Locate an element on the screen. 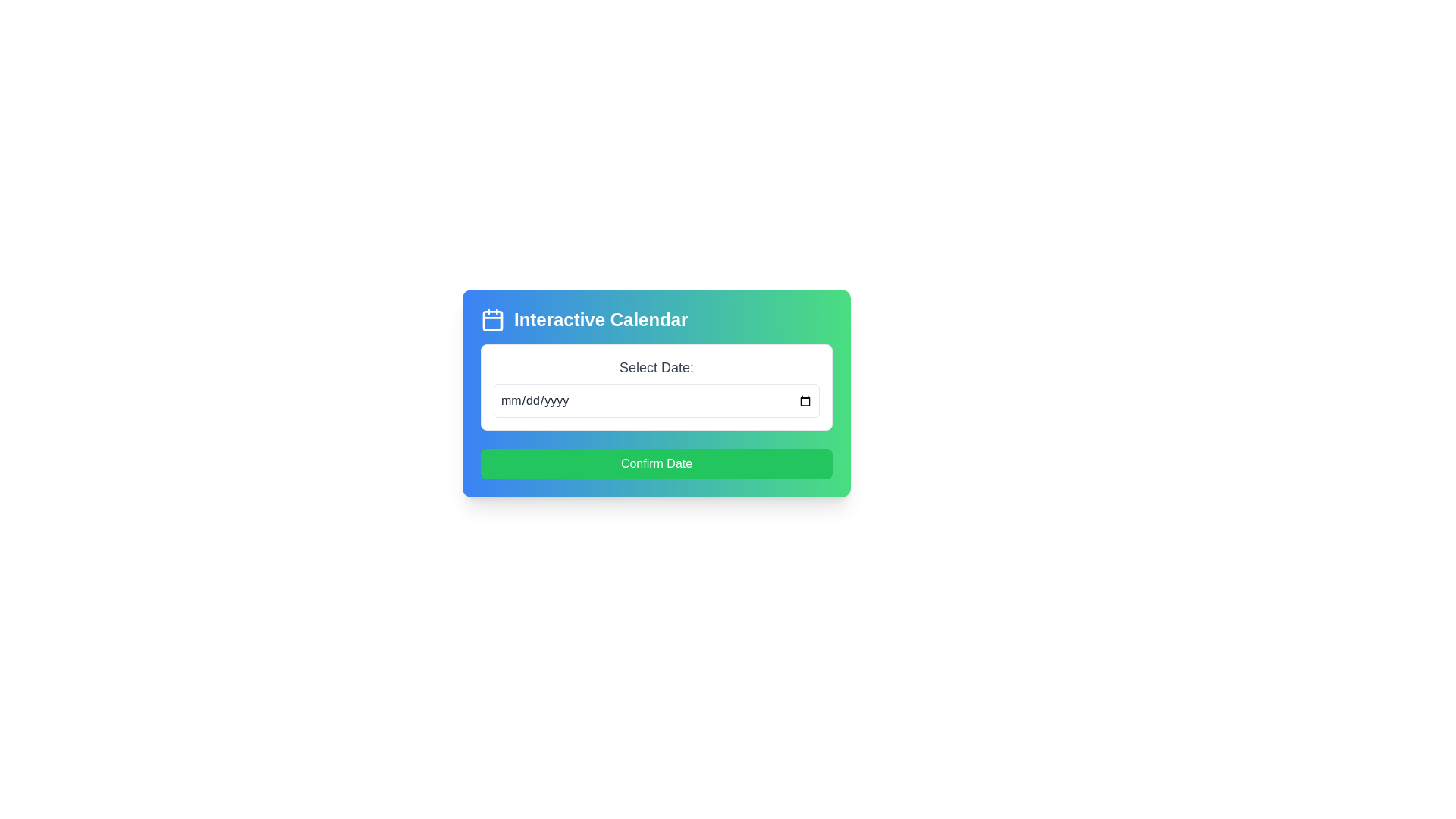 This screenshot has height=819, width=1456. the label that reads 'Select Date:' which is styled with bold text and positioned above the date input box in the form is located at coordinates (656, 368).